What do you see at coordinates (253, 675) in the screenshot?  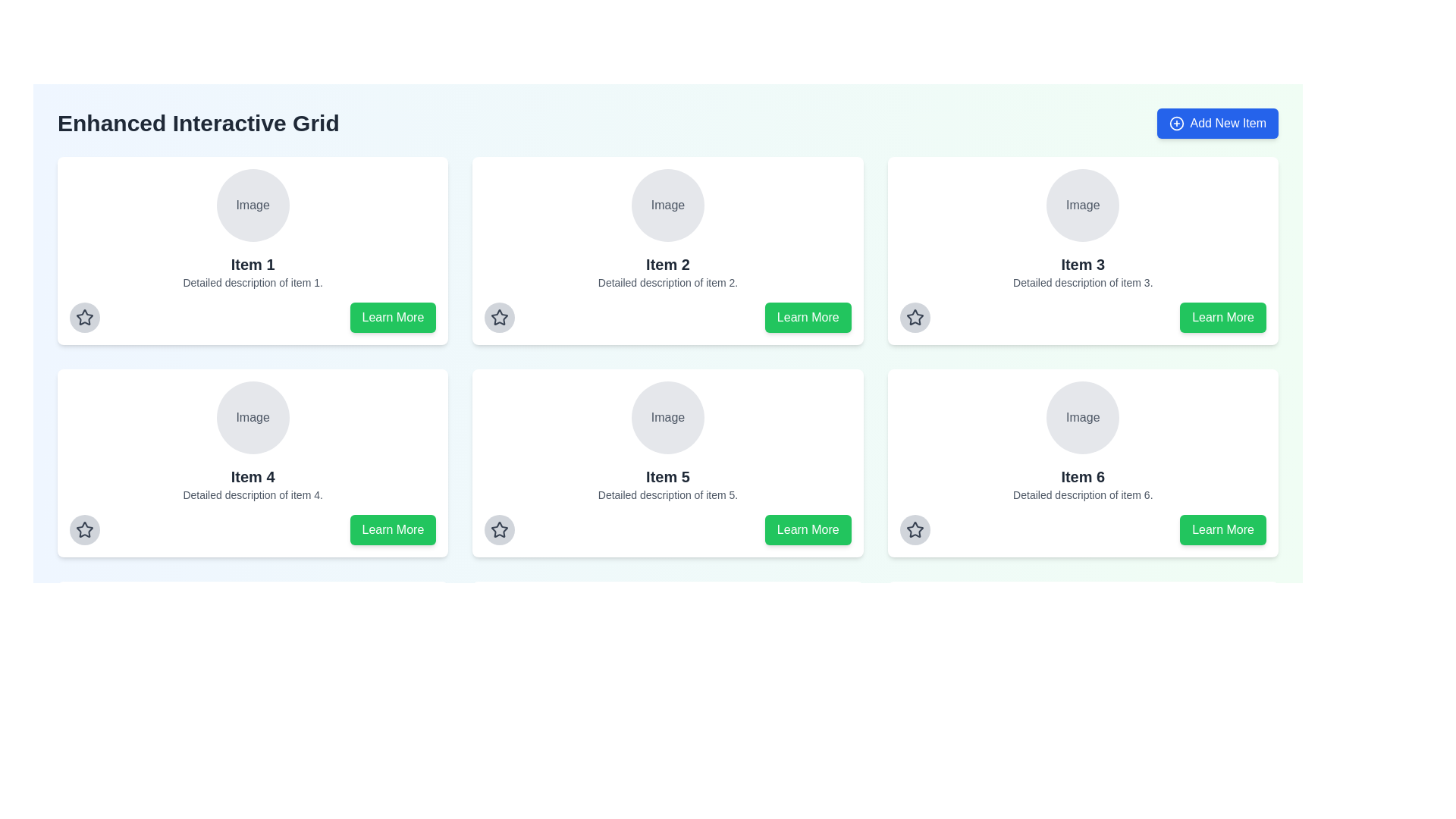 I see `the card component in the first column of the last row of a 3-by-3 grid for more information` at bounding box center [253, 675].